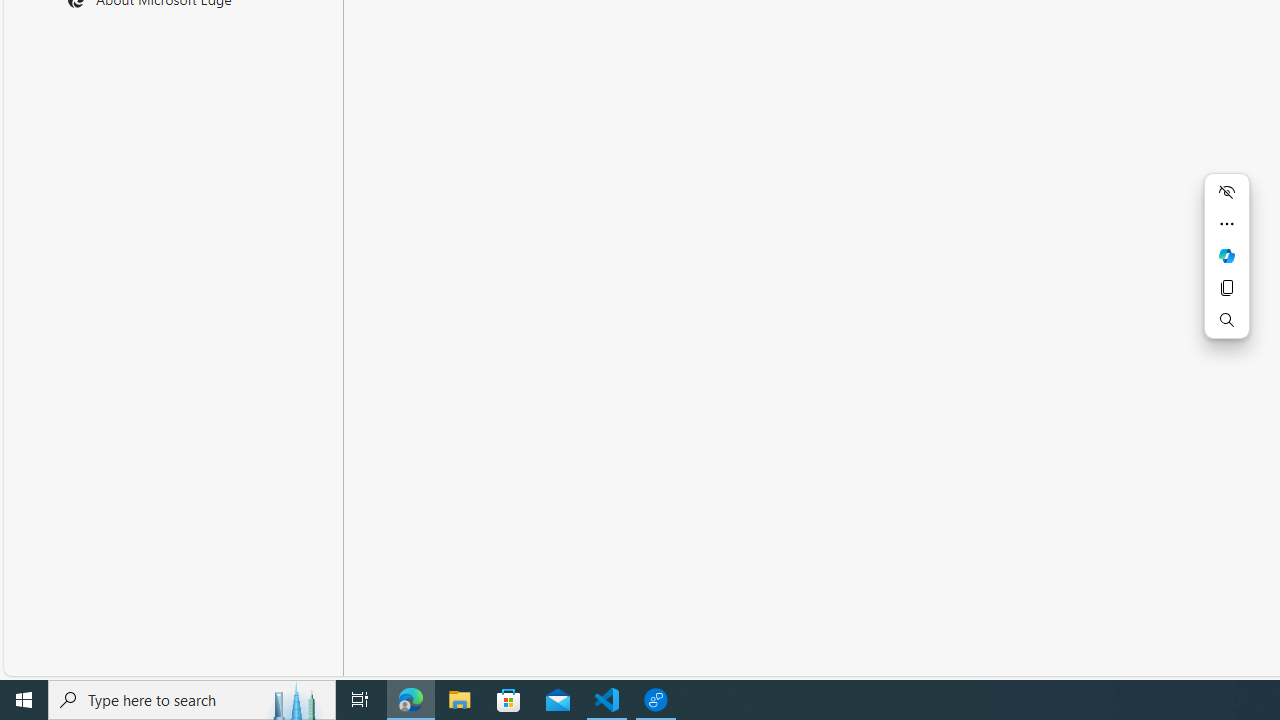  What do you see at coordinates (1225, 288) in the screenshot?
I see `'Copy'` at bounding box center [1225, 288].